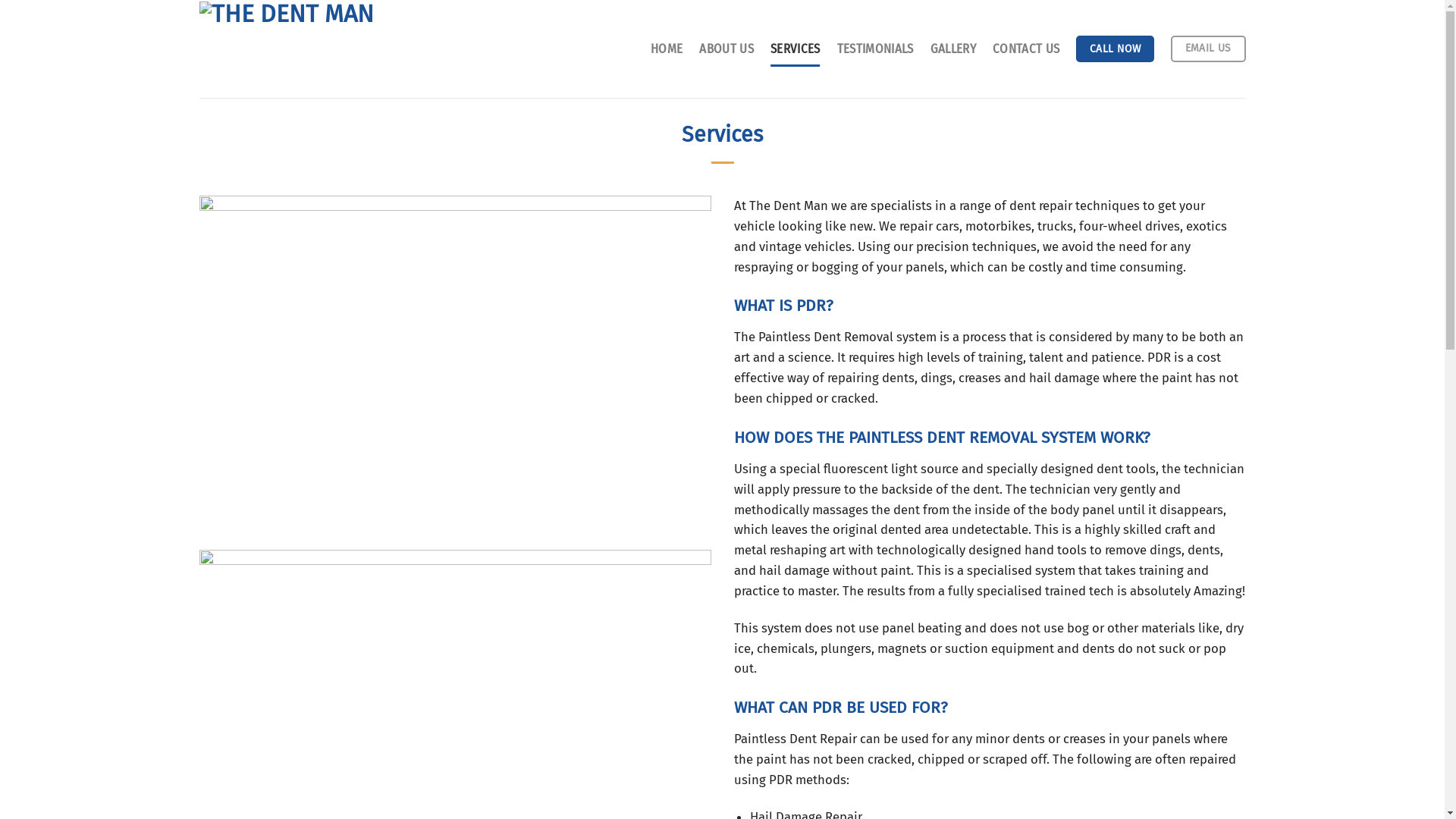  What do you see at coordinates (0, 0) in the screenshot?
I see `'Skip to content'` at bounding box center [0, 0].